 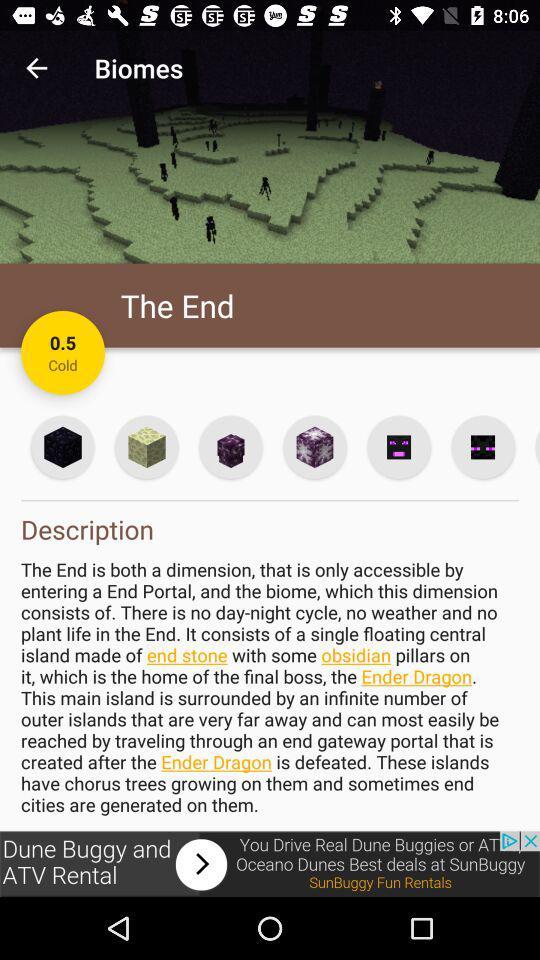 What do you see at coordinates (145, 447) in the screenshot?
I see `cube information` at bounding box center [145, 447].